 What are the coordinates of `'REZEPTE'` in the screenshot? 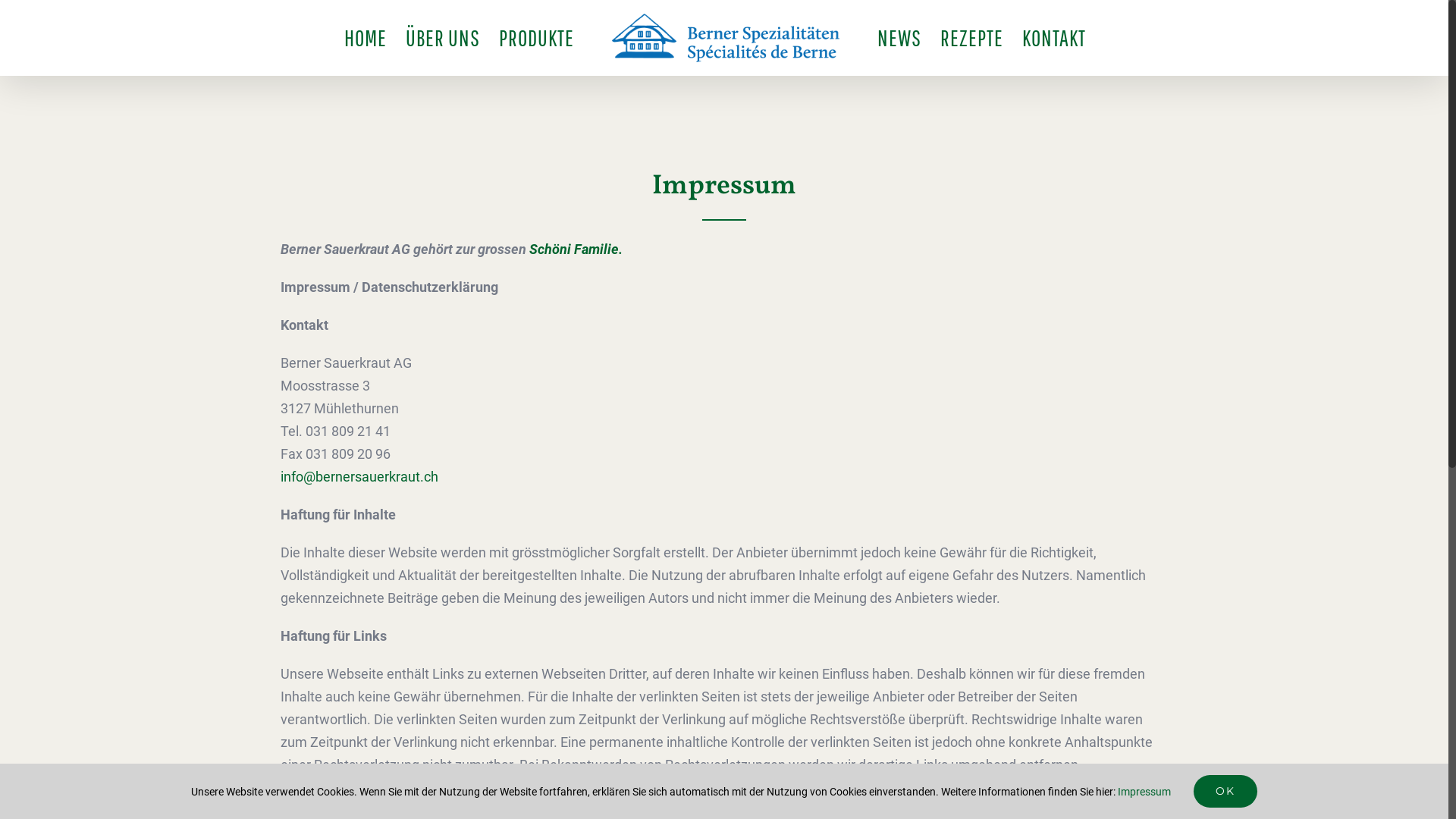 It's located at (971, 37).